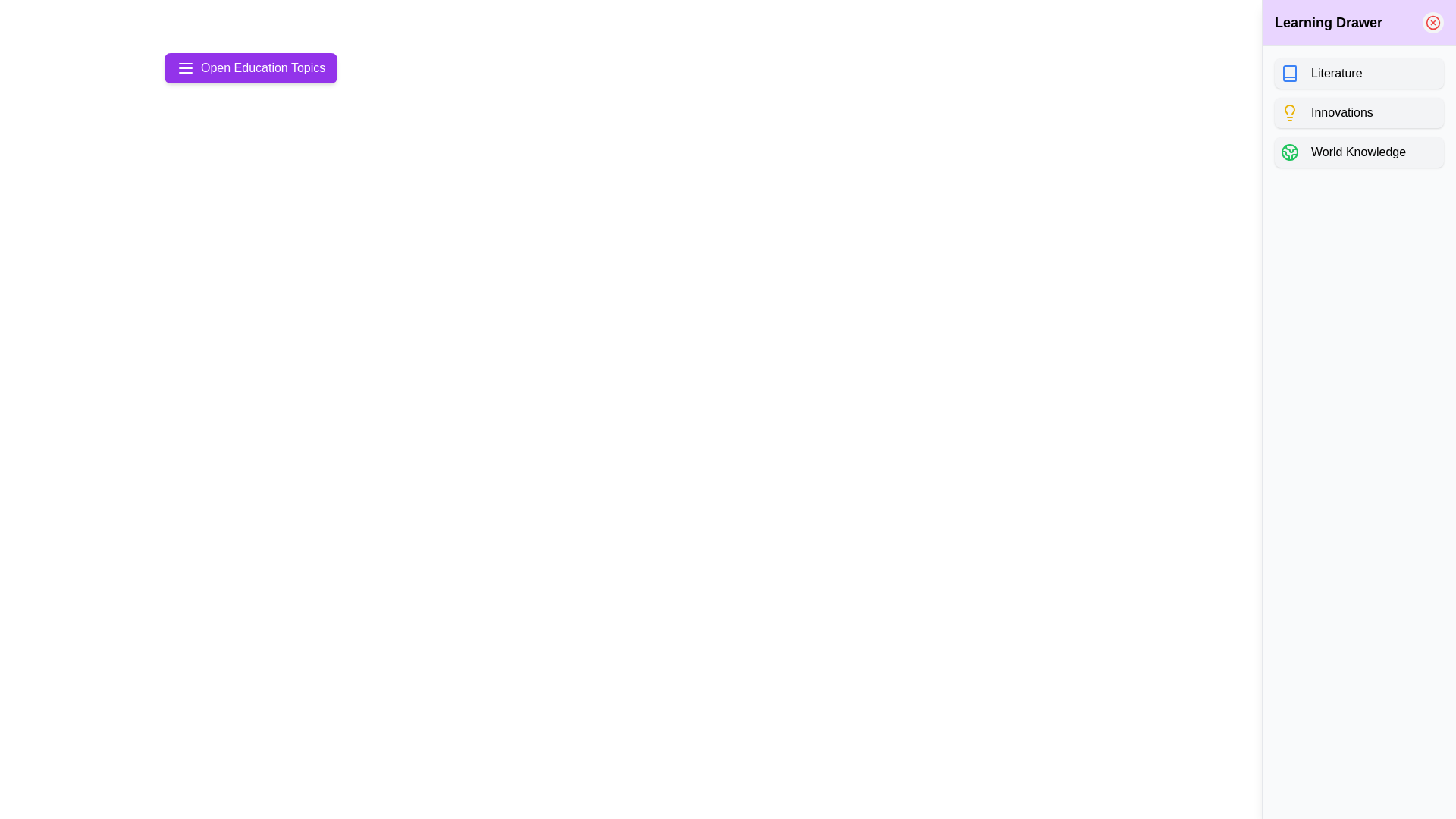 This screenshot has height=819, width=1456. I want to click on the button corresponding to the topic World Knowledge inside the drawer, so click(1359, 152).